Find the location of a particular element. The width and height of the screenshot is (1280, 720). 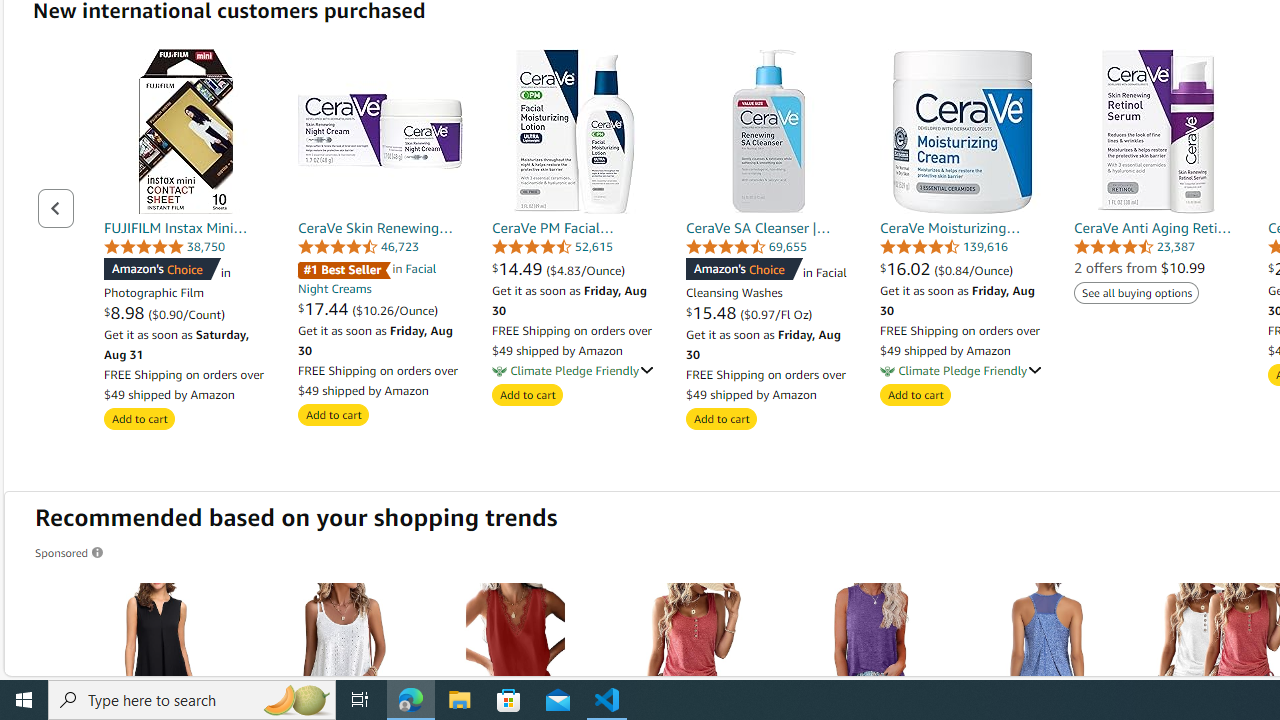

'FUJIFILM Instax Mini Contact Sheet Film - 10 Exposures' is located at coordinates (186, 131).